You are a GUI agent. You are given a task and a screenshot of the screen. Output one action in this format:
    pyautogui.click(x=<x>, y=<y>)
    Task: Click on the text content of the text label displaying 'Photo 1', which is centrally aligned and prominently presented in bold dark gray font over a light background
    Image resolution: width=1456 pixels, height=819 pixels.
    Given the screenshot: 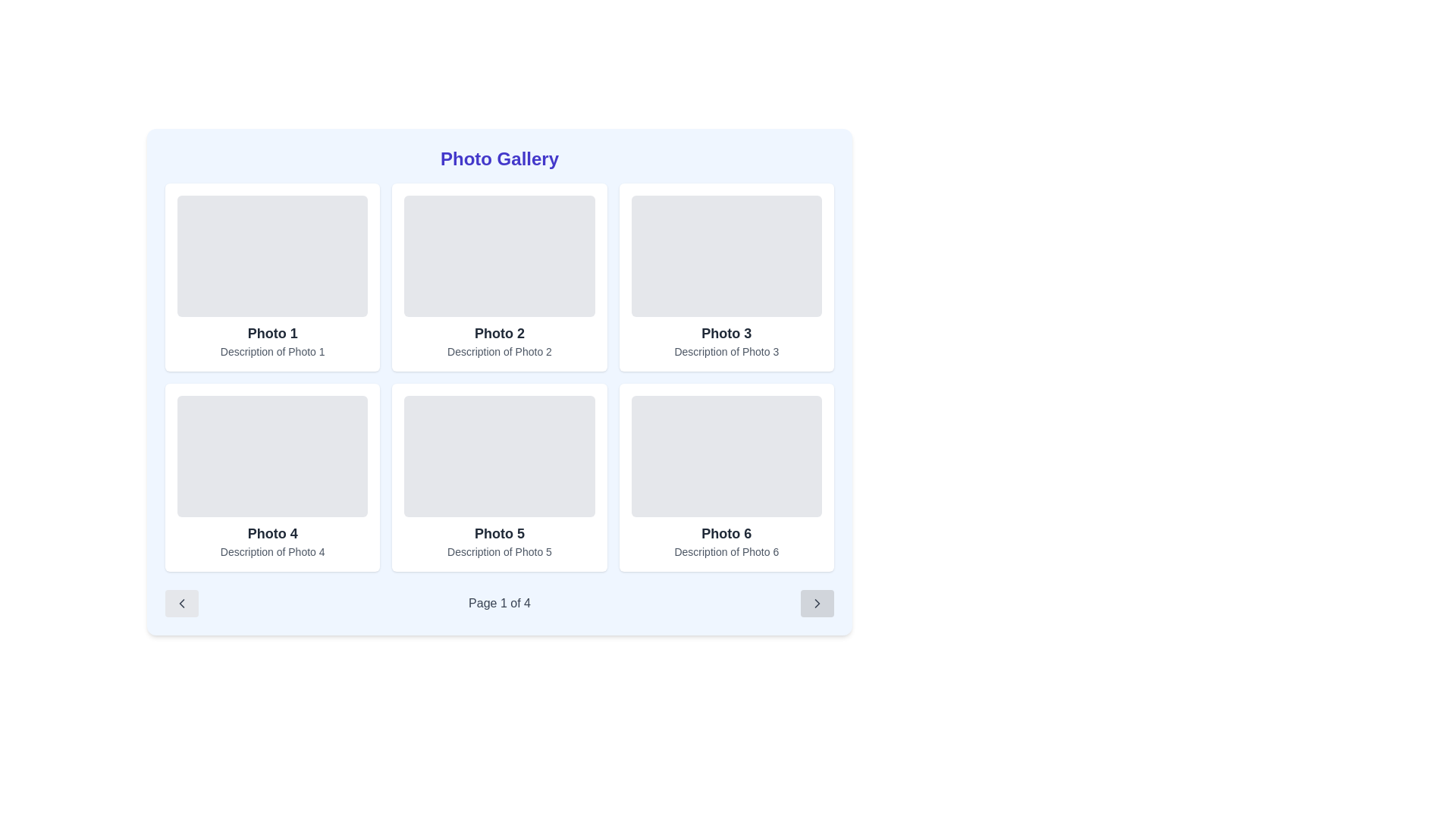 What is the action you would take?
    pyautogui.click(x=272, y=332)
    